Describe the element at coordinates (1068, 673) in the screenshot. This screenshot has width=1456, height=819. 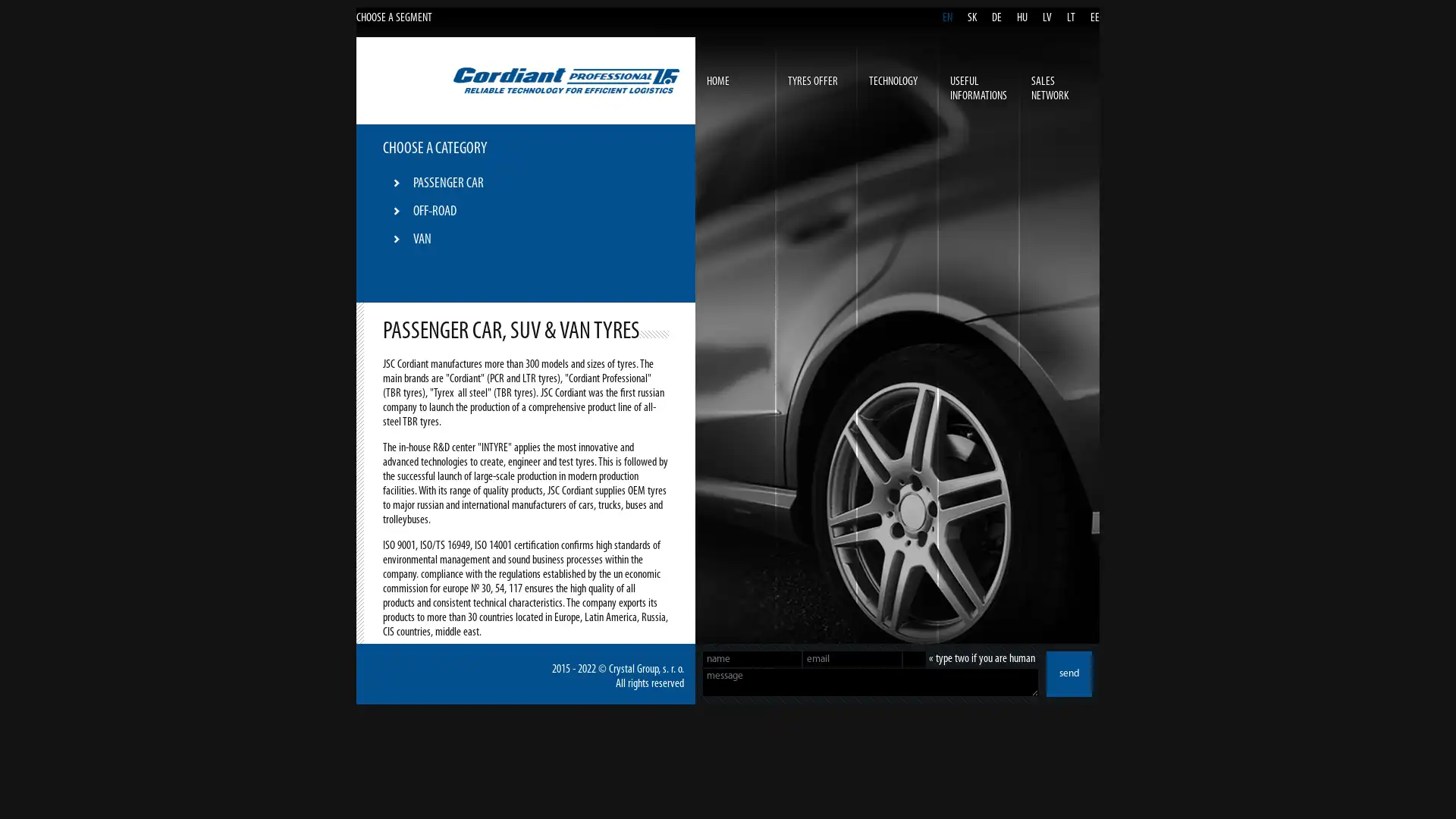
I see `send` at that location.